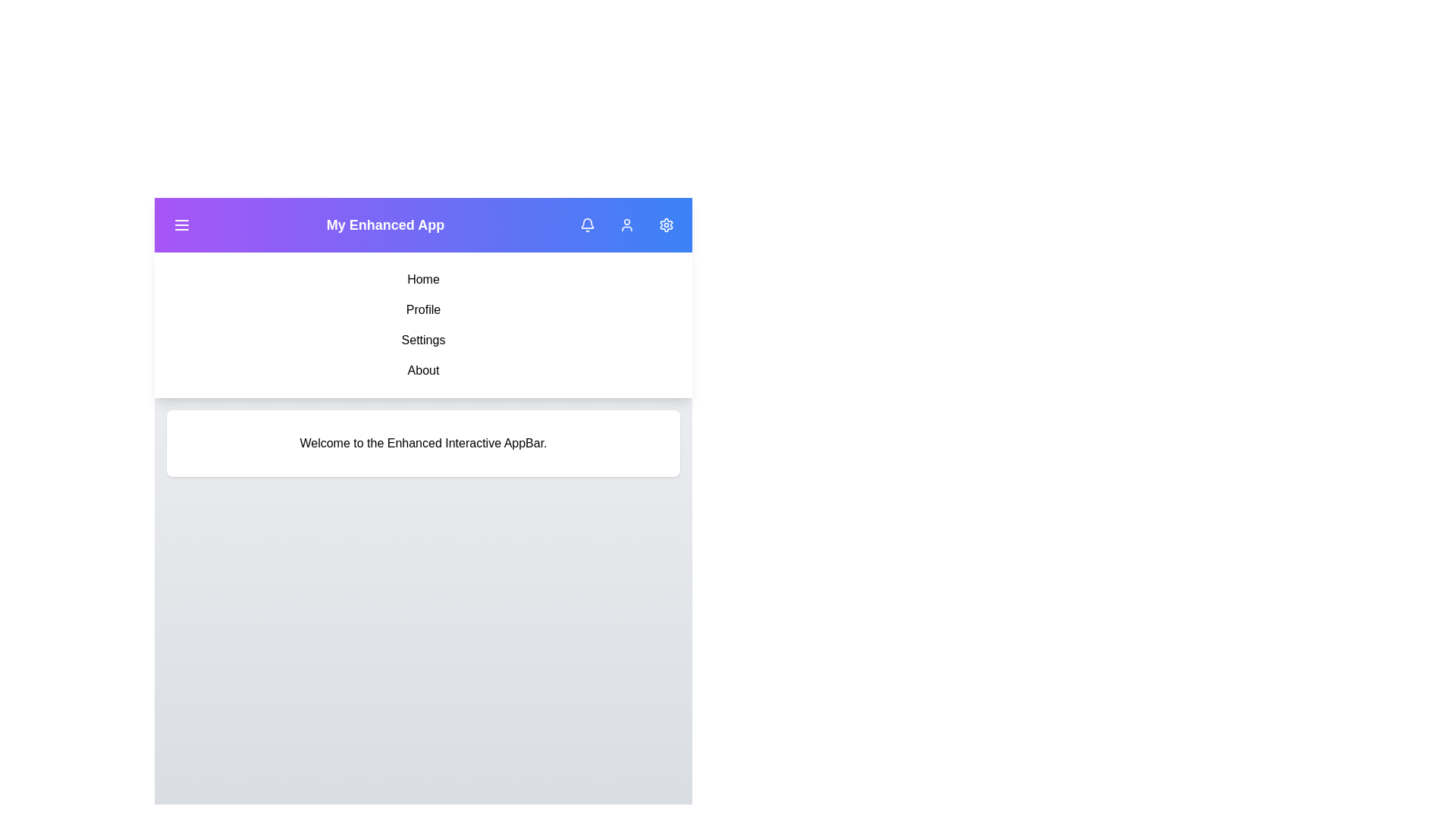 This screenshot has width=1456, height=819. Describe the element at coordinates (423, 280) in the screenshot. I see `the menu item Home to navigate to the corresponding section` at that location.